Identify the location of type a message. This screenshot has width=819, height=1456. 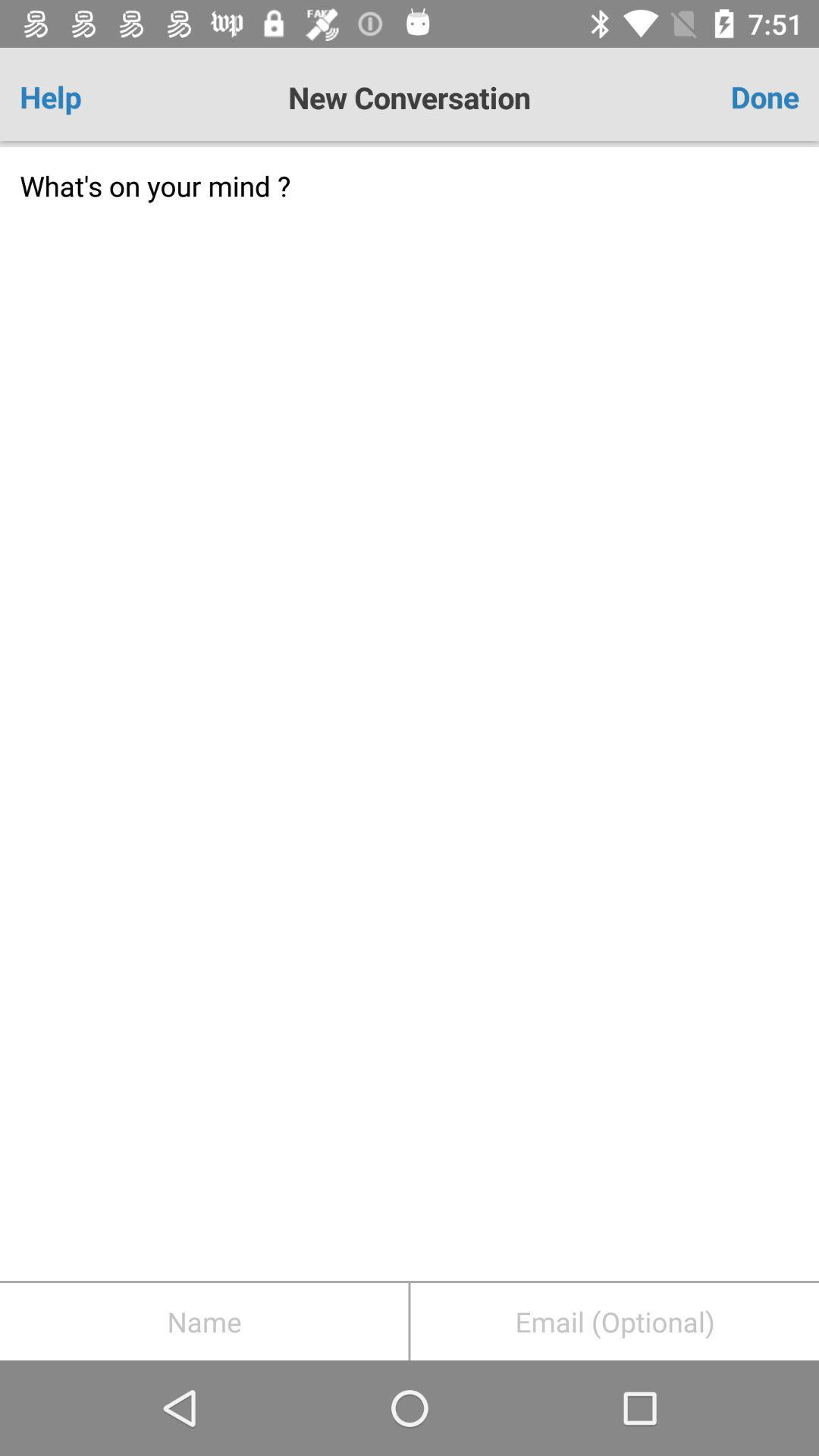
(409, 713).